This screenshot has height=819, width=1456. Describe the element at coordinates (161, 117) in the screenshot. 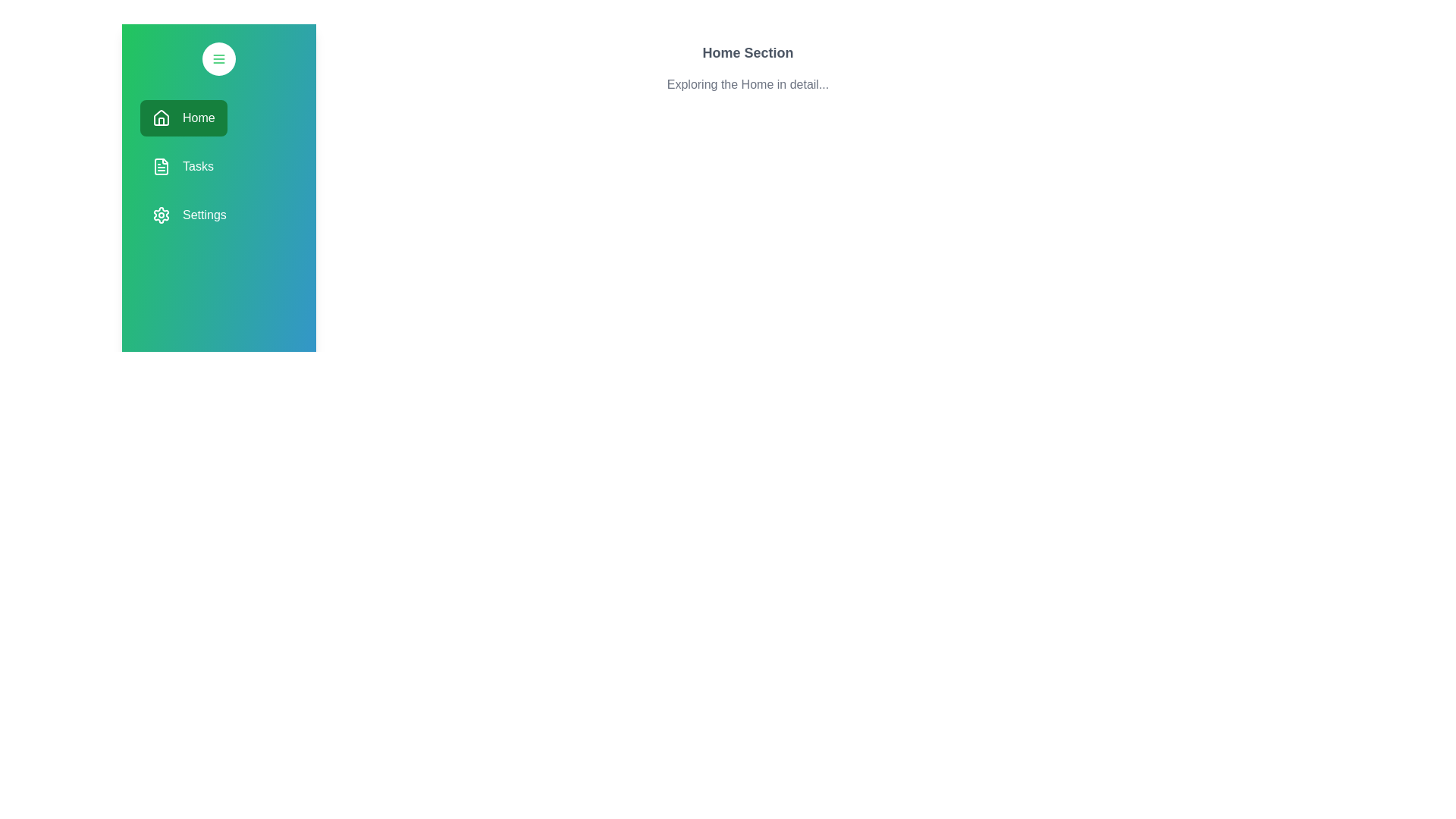

I see `the 'Home' button which contains a house-shaped icon on its left side, styled with a green stroke and placed within a green rectangular background` at that location.